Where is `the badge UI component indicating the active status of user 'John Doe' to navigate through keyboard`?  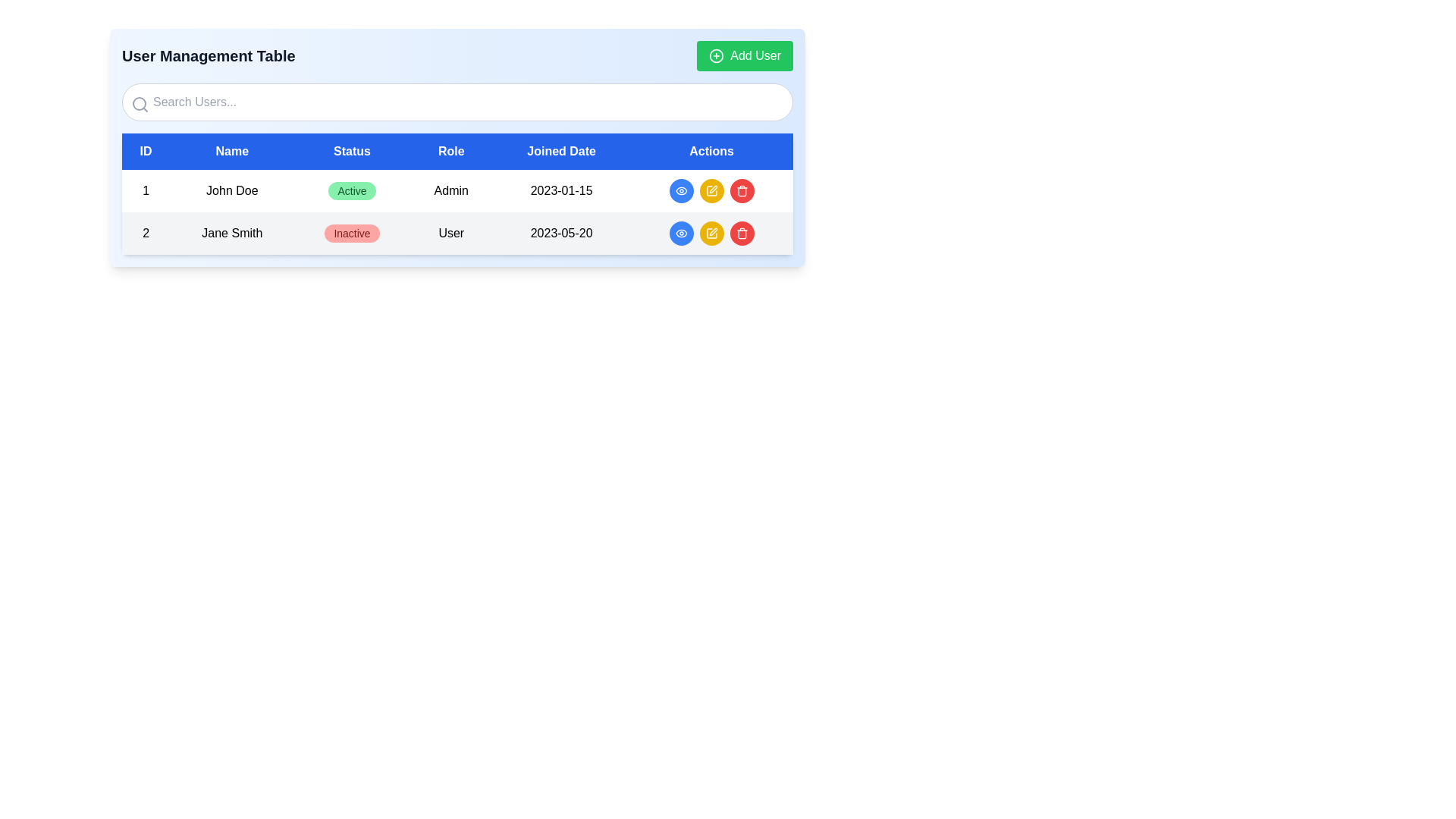 the badge UI component indicating the active status of user 'John Doe' to navigate through keyboard is located at coordinates (351, 190).